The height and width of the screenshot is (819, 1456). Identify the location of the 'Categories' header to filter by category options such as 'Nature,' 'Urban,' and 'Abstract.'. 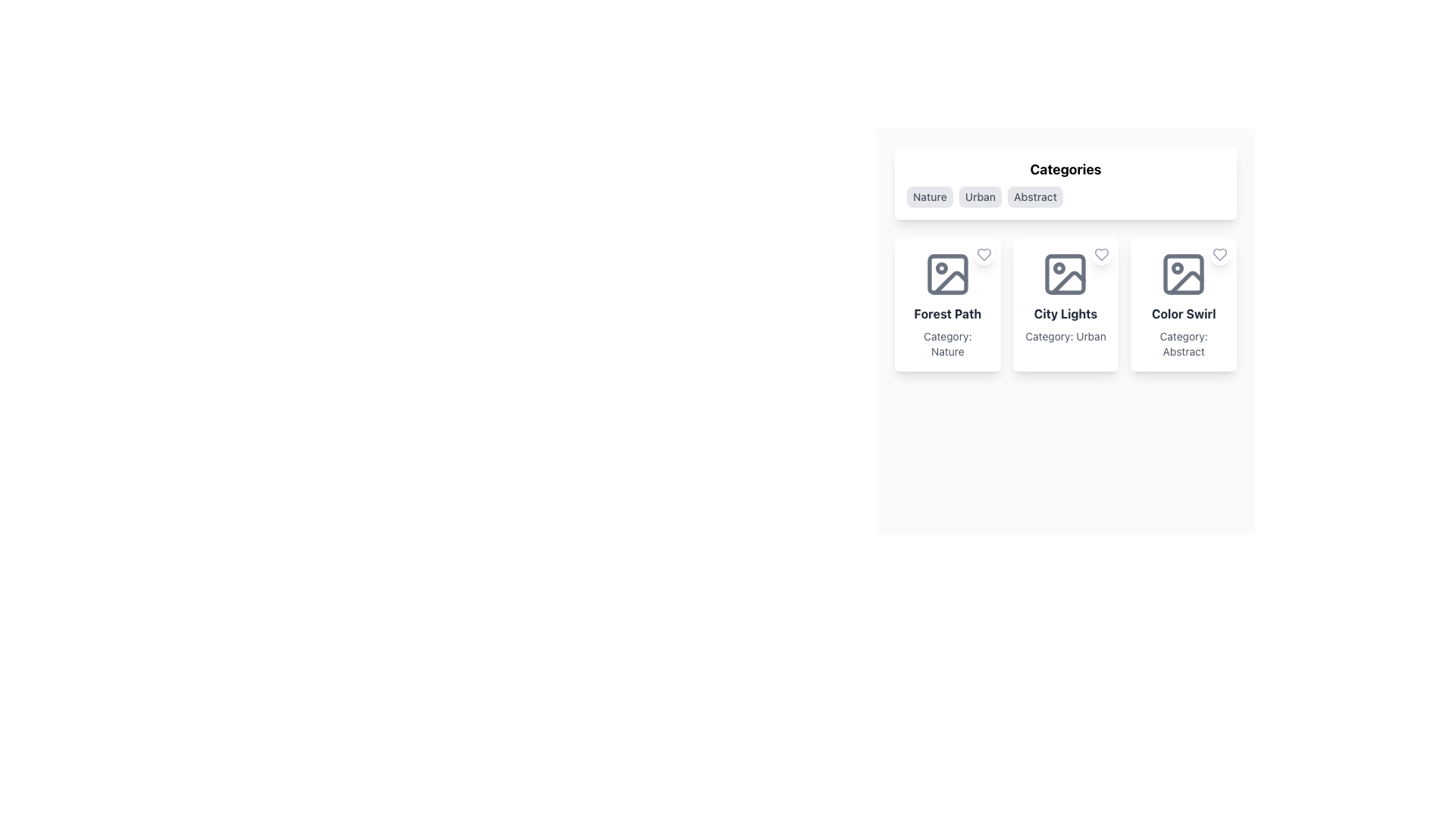
(1065, 183).